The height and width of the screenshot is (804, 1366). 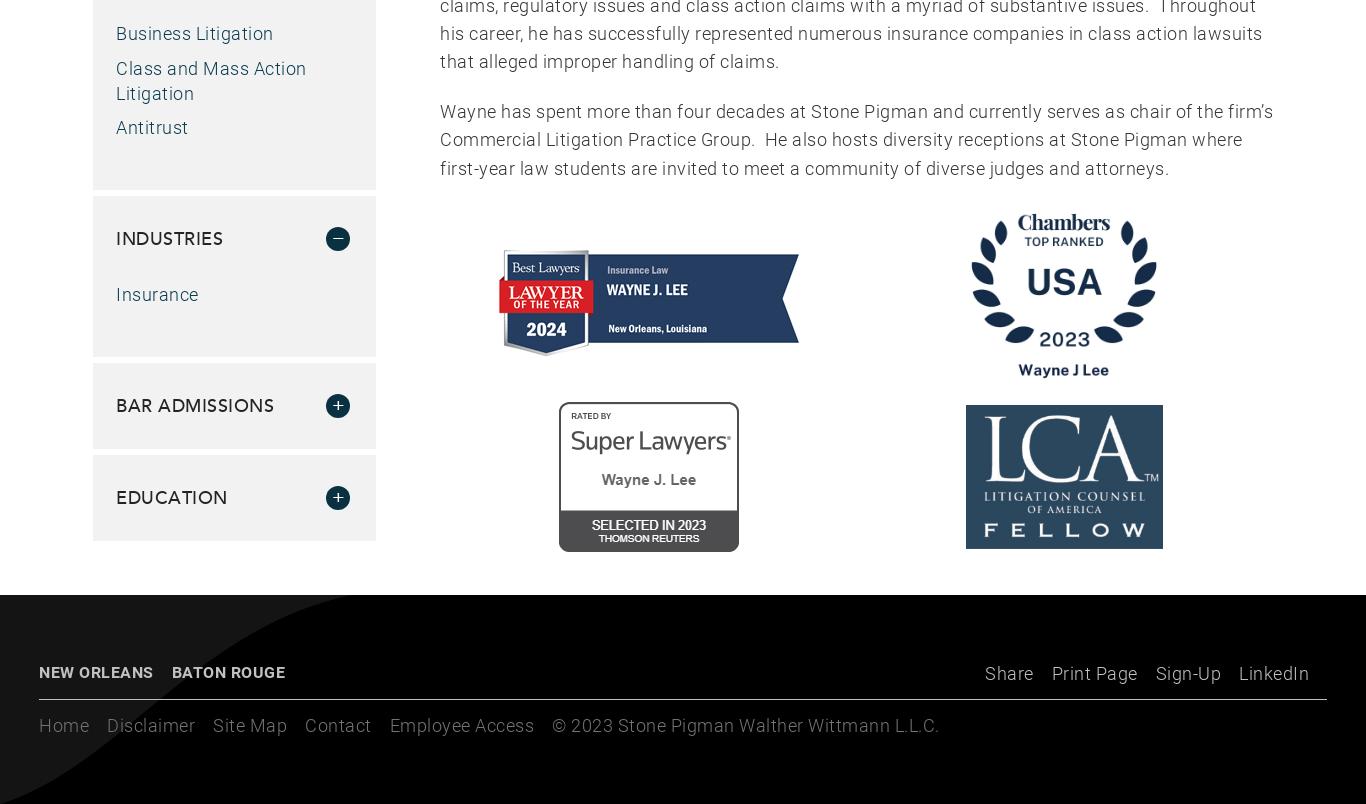 I want to click on 'Print Page', so click(x=1093, y=672).